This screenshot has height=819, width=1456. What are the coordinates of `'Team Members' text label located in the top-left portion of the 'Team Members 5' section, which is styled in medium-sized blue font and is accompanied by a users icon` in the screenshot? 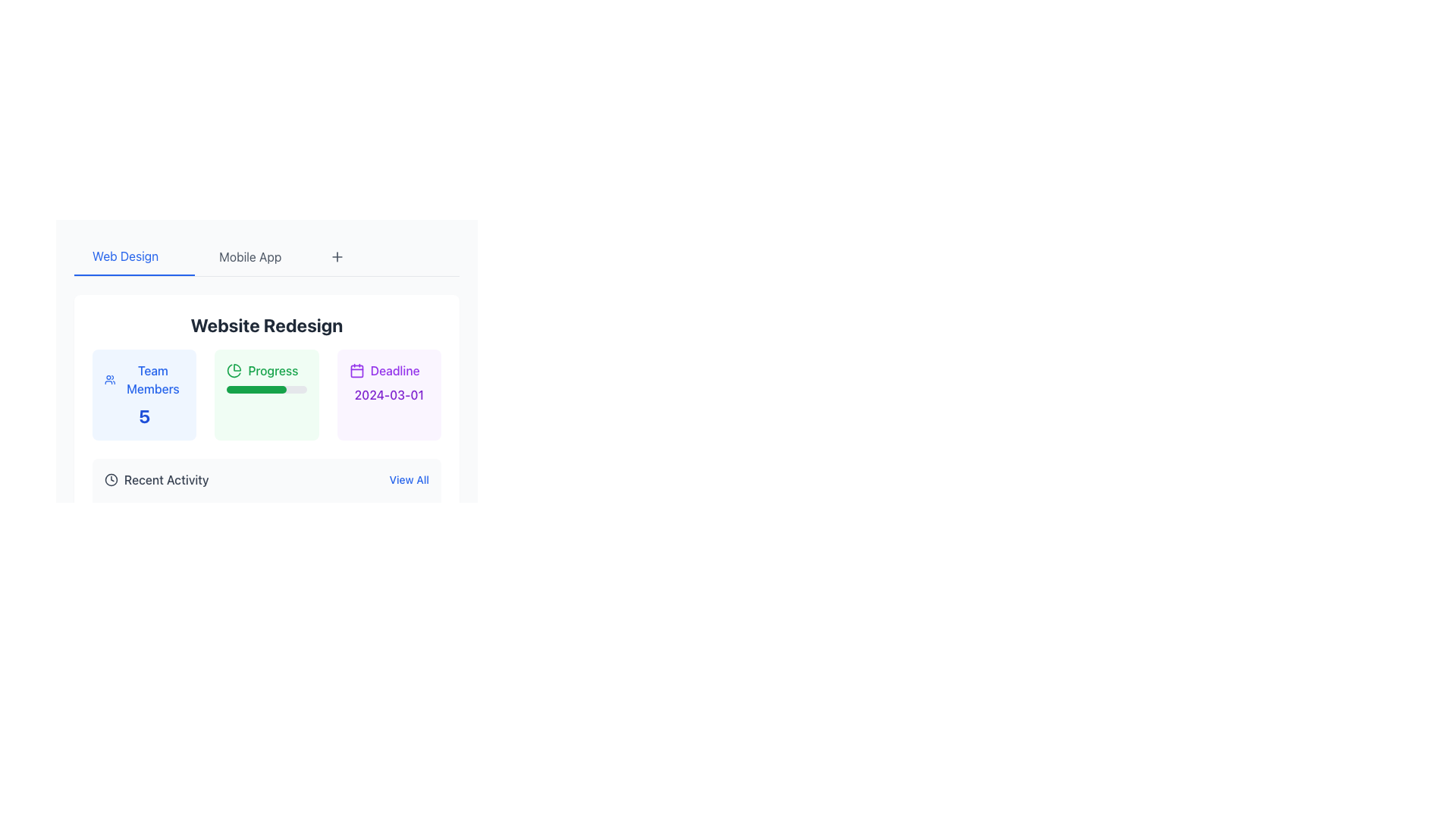 It's located at (144, 379).